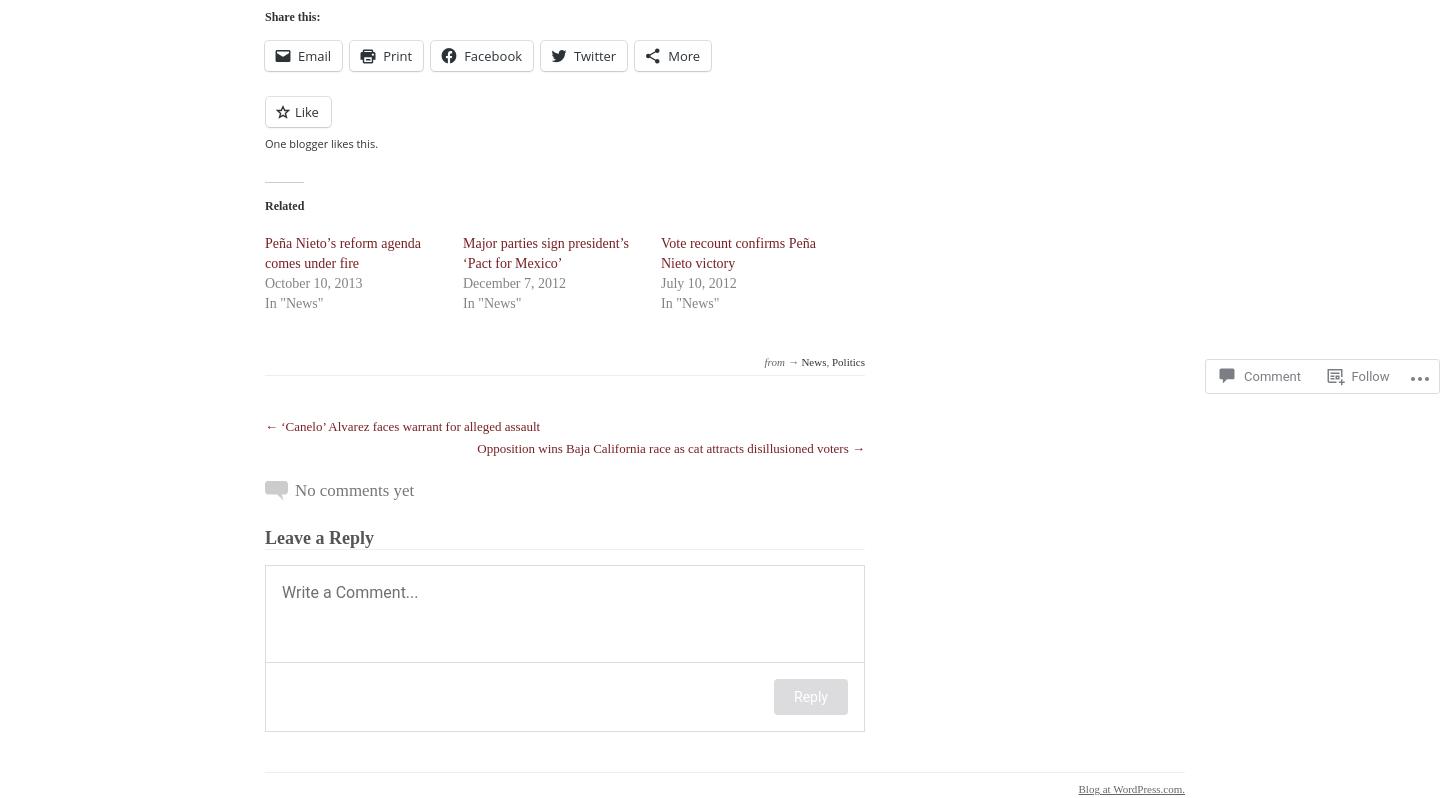 This screenshot has height=798, width=1450. What do you see at coordinates (782, 360) in the screenshot?
I see `'from →'` at bounding box center [782, 360].